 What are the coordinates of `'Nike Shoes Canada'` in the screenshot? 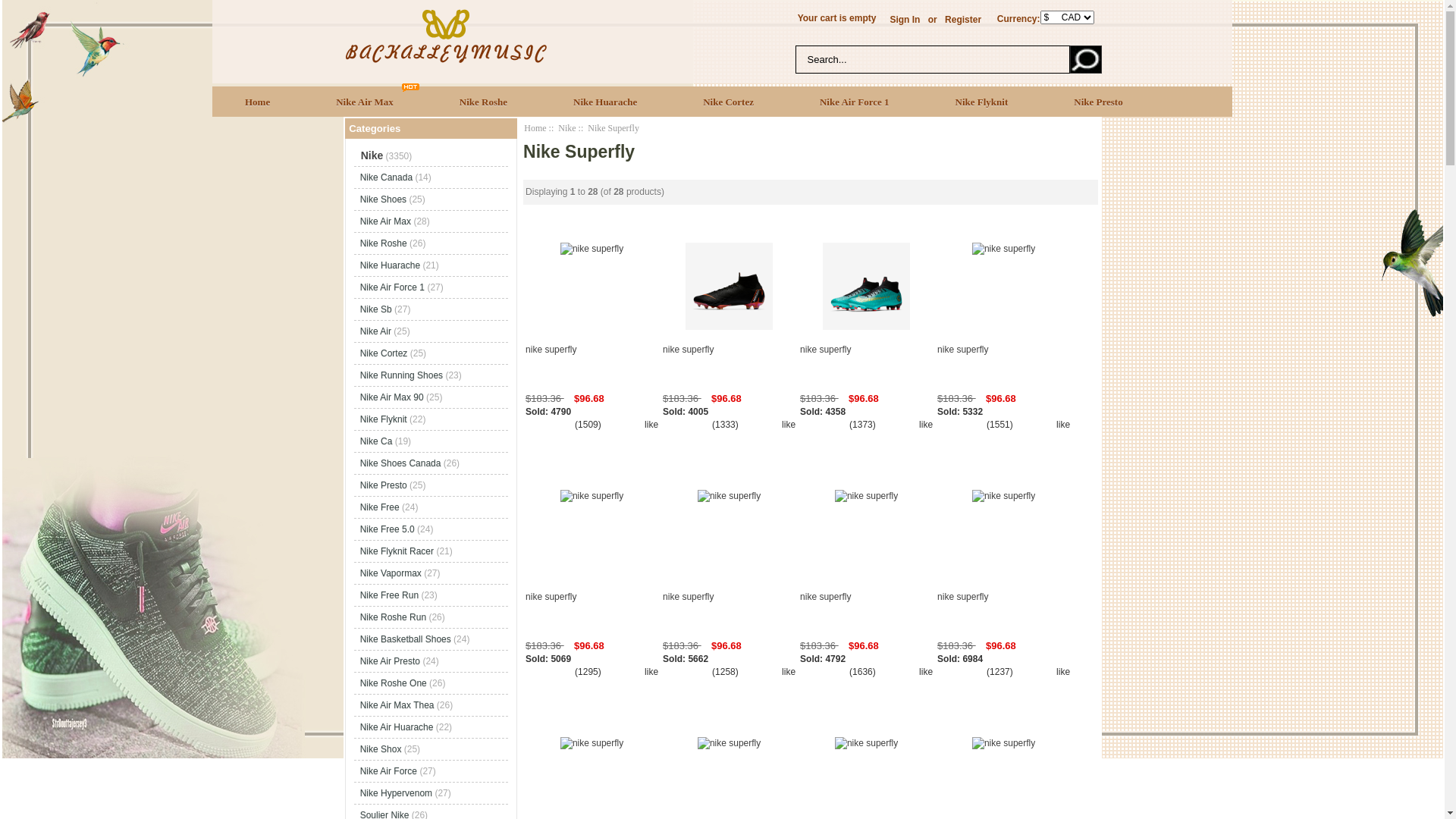 It's located at (400, 462).